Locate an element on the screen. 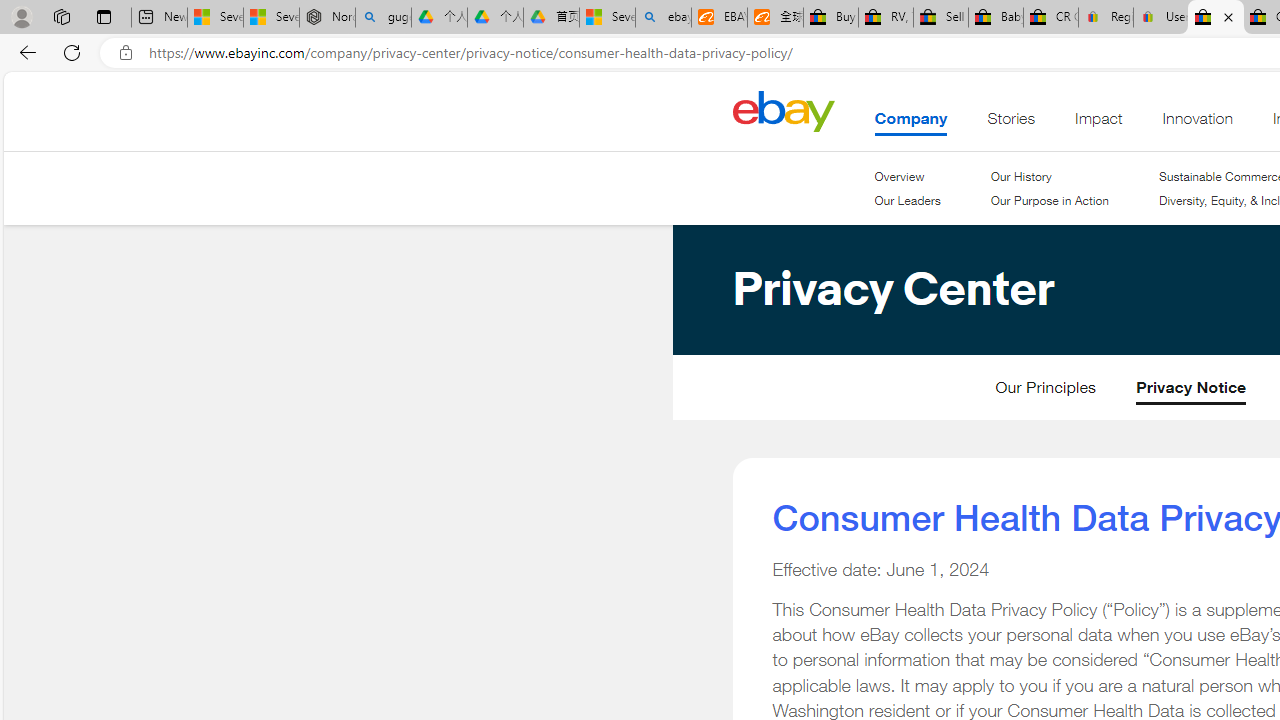  'Company' is located at coordinates (910, 123).